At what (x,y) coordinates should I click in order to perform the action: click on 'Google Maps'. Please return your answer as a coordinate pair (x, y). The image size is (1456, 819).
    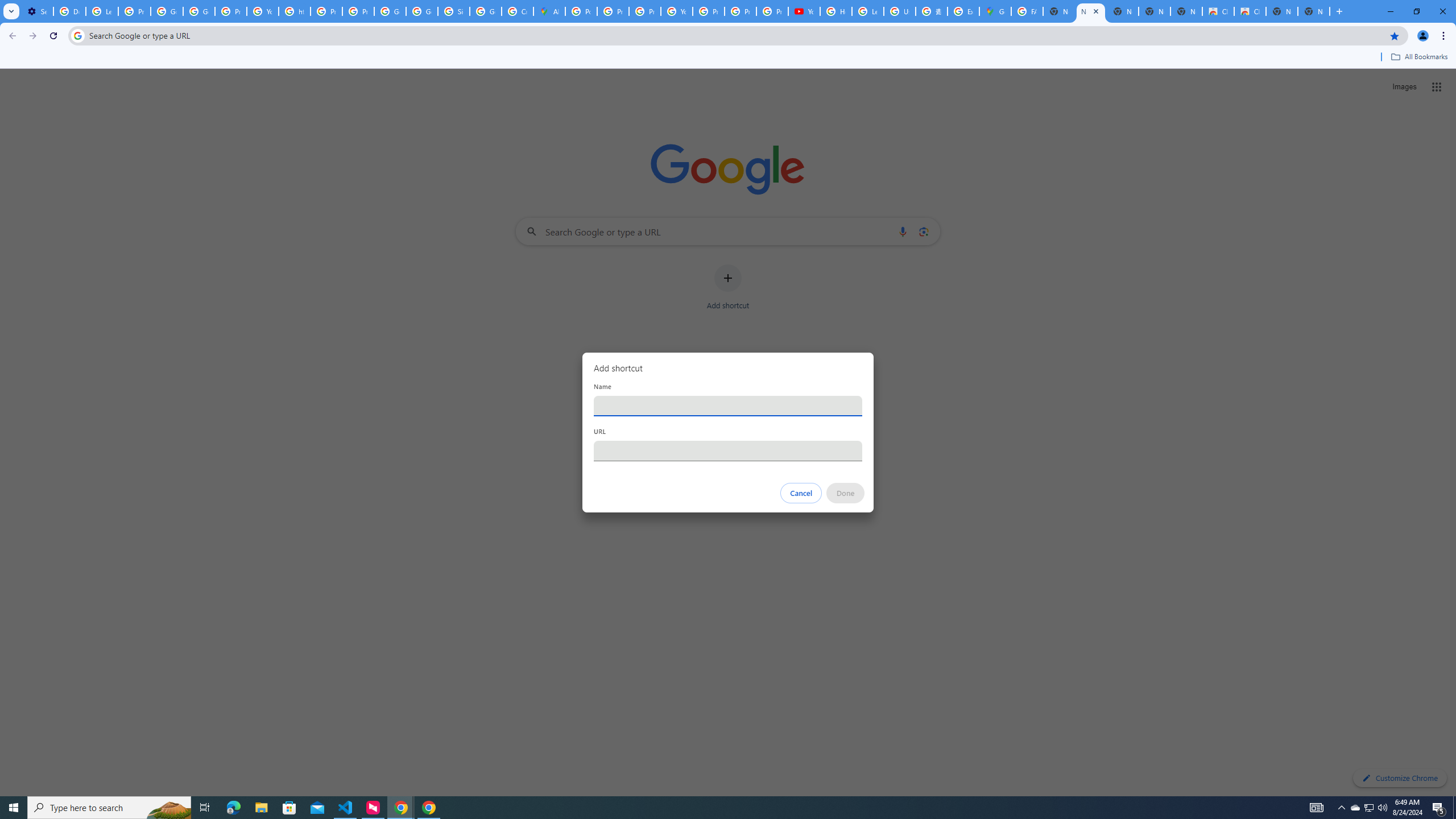
    Looking at the image, I should click on (994, 11).